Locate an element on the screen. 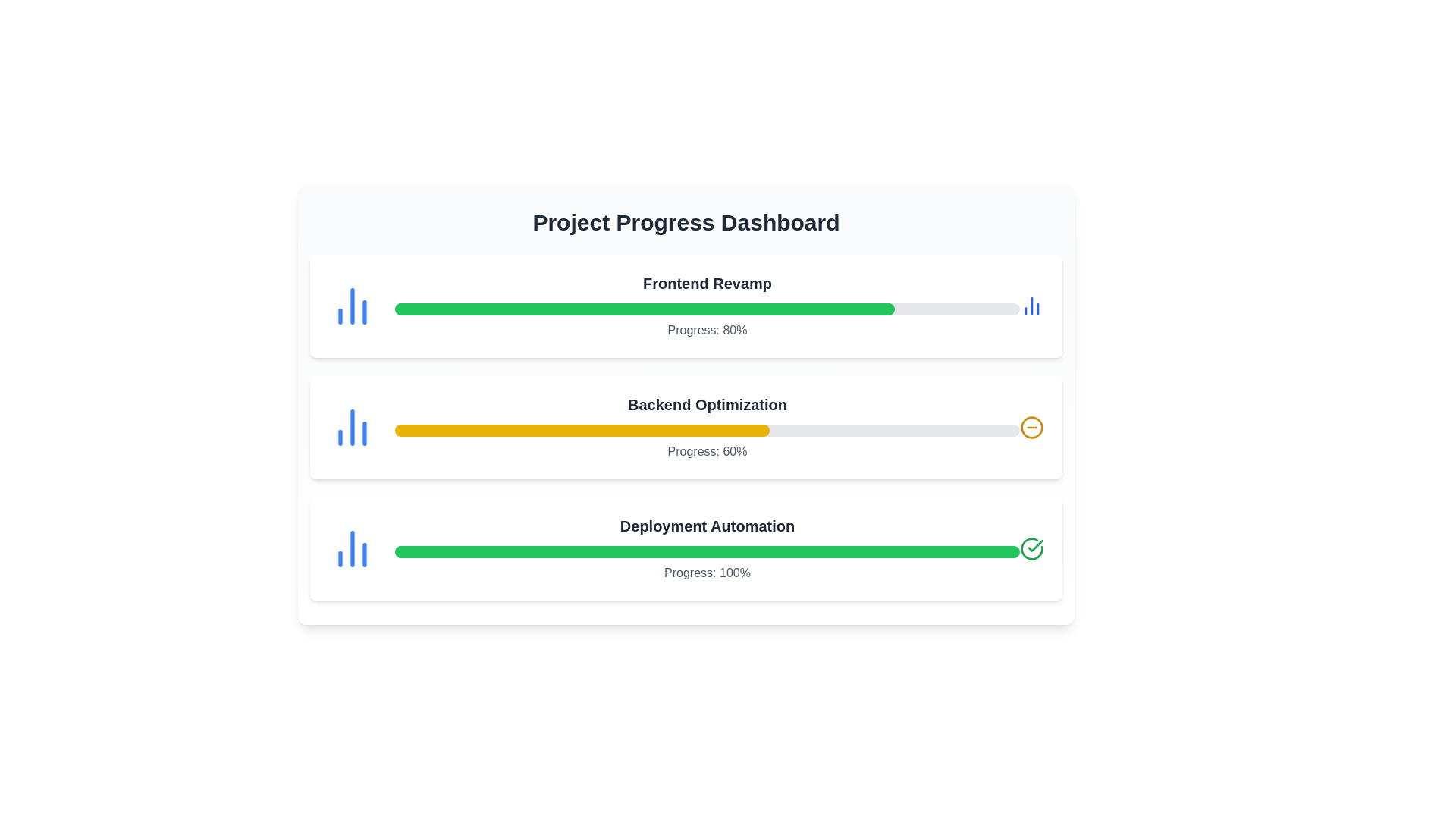 This screenshot has height=819, width=1456. text content of the descriptive text label indicating the completion status of a task or project as 100%, which is located below the progress bar and the title 'Deployment Automation' is located at coordinates (706, 573).